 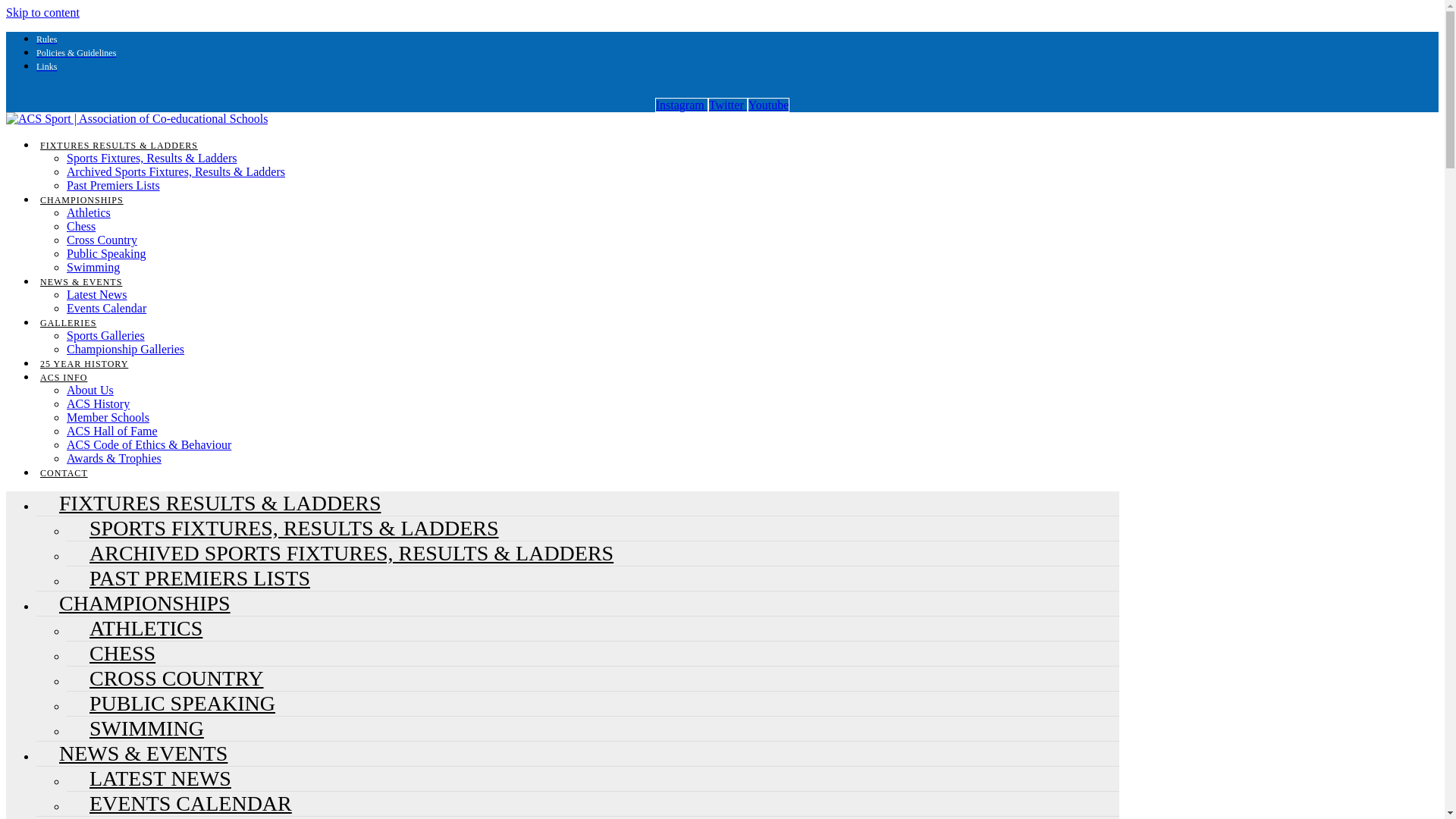 What do you see at coordinates (89, 389) in the screenshot?
I see `'About Us'` at bounding box center [89, 389].